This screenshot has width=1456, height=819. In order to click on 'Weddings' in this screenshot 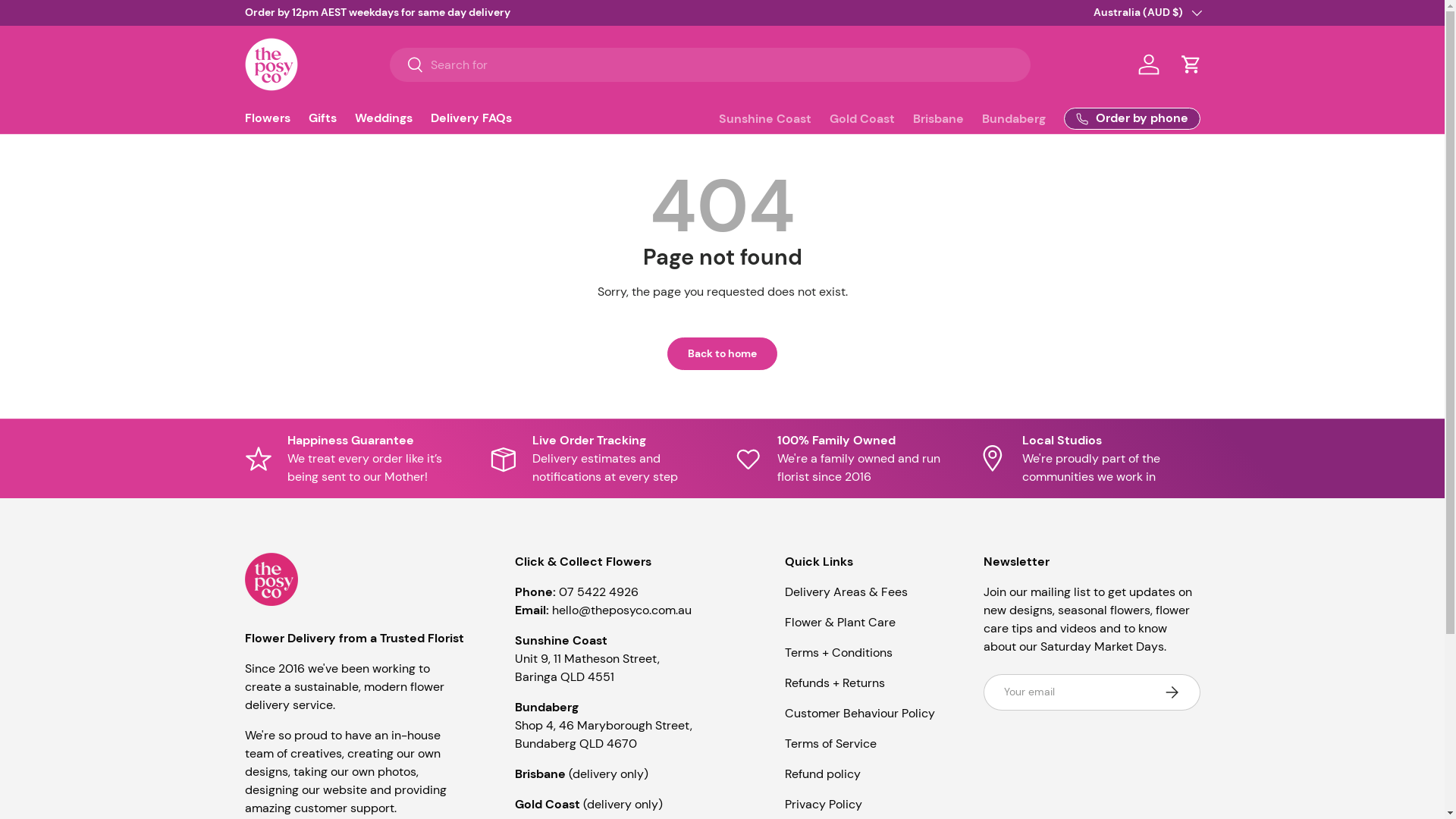, I will do `click(383, 117)`.